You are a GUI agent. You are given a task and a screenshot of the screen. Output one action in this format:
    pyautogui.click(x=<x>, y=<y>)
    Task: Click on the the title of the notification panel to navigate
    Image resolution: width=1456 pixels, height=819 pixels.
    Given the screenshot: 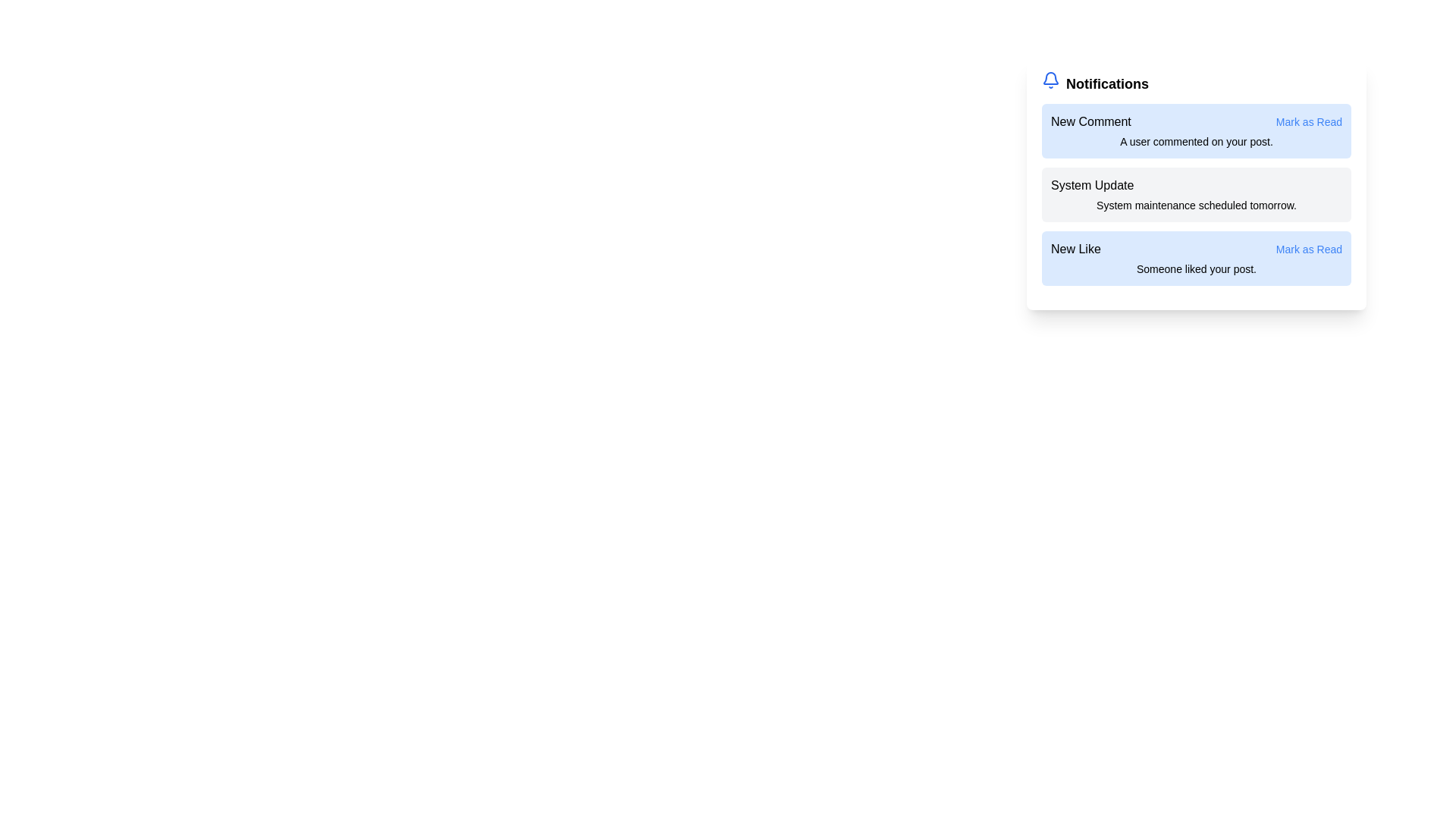 What is the action you would take?
    pyautogui.click(x=1196, y=84)
    